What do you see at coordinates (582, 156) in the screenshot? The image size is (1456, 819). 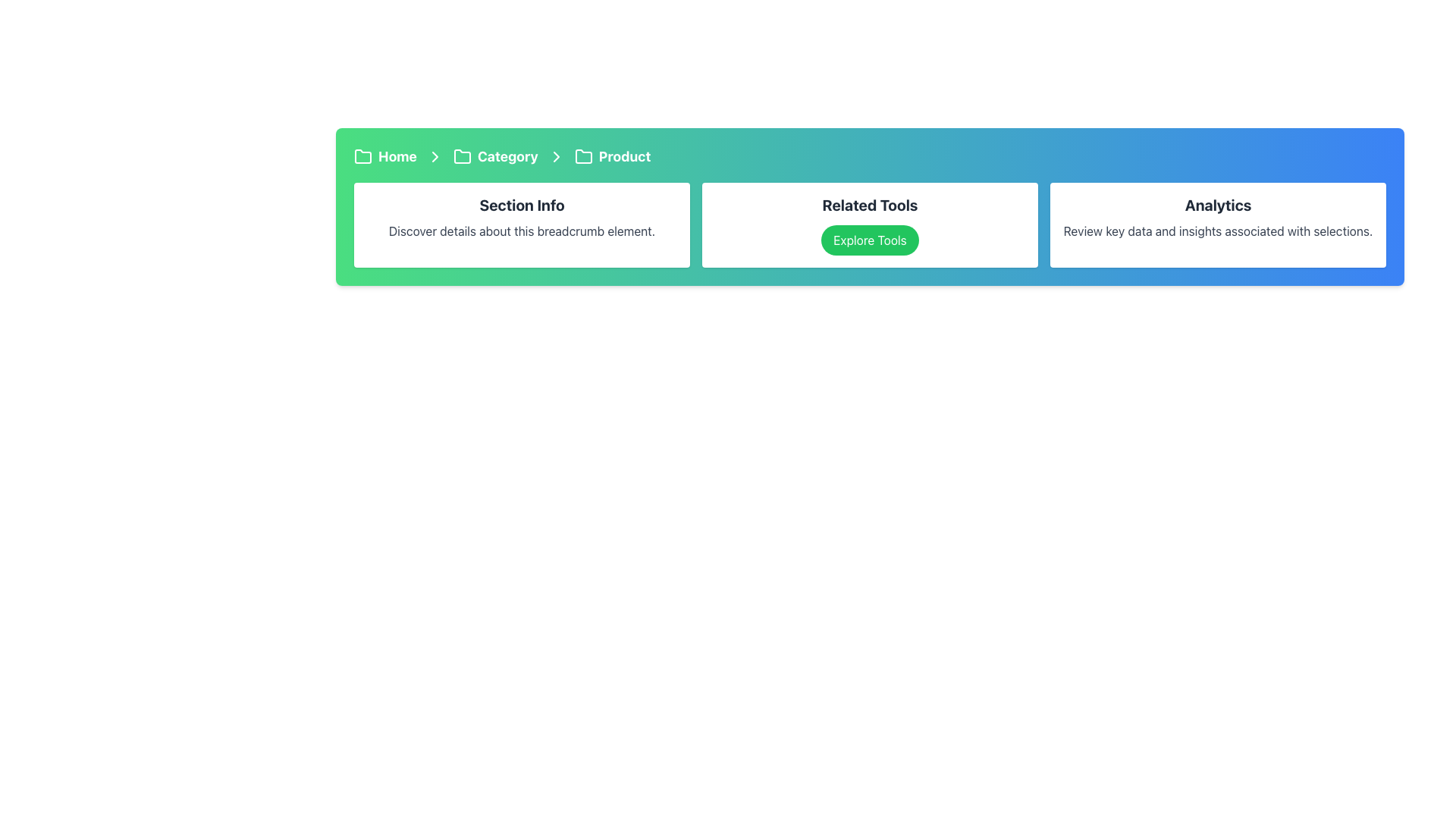 I see `the second folder icon in the breadcrumb navigation bar, located between the 'Home' label and 'Category'` at bounding box center [582, 156].